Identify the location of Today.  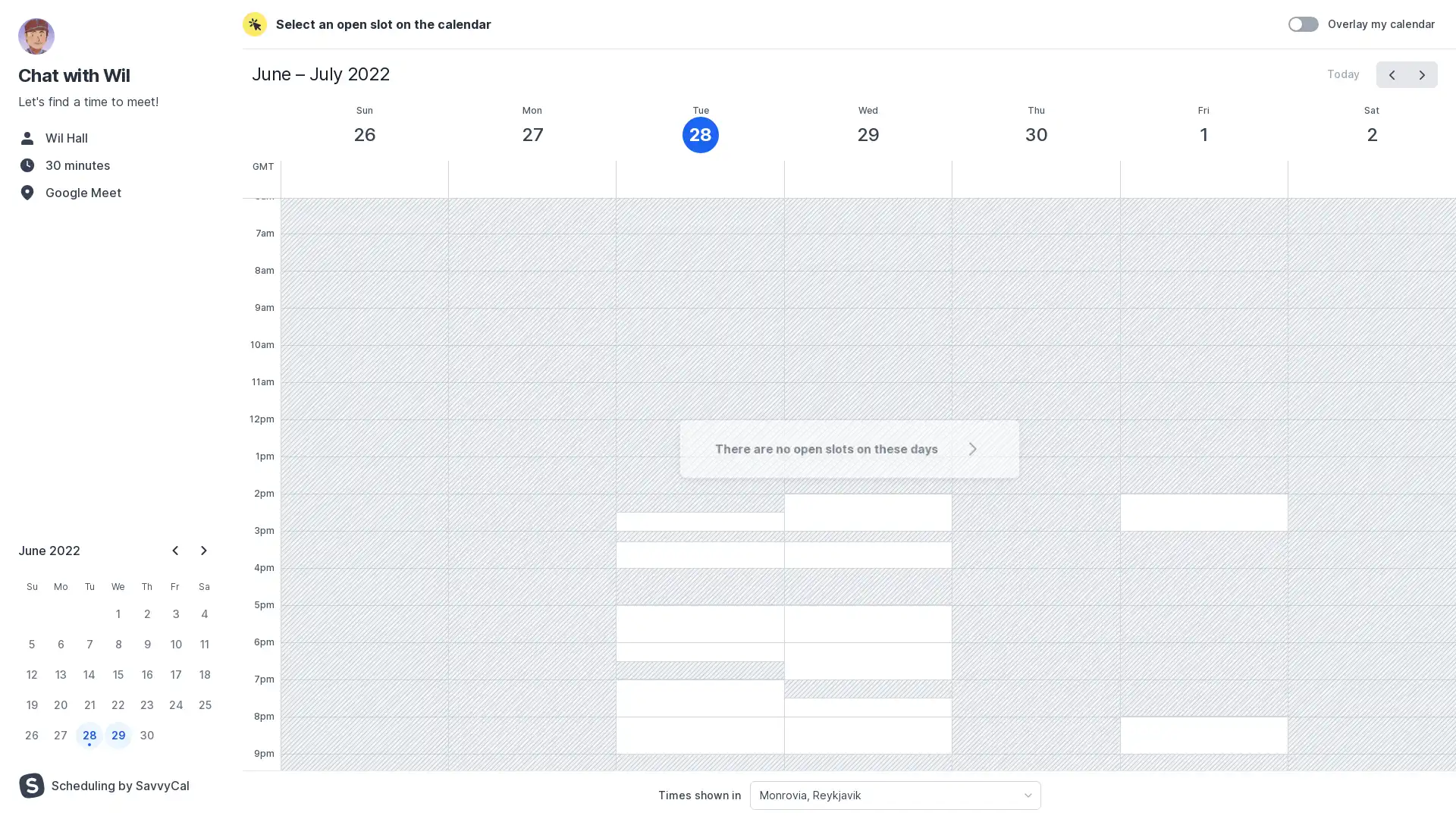
(1342, 74).